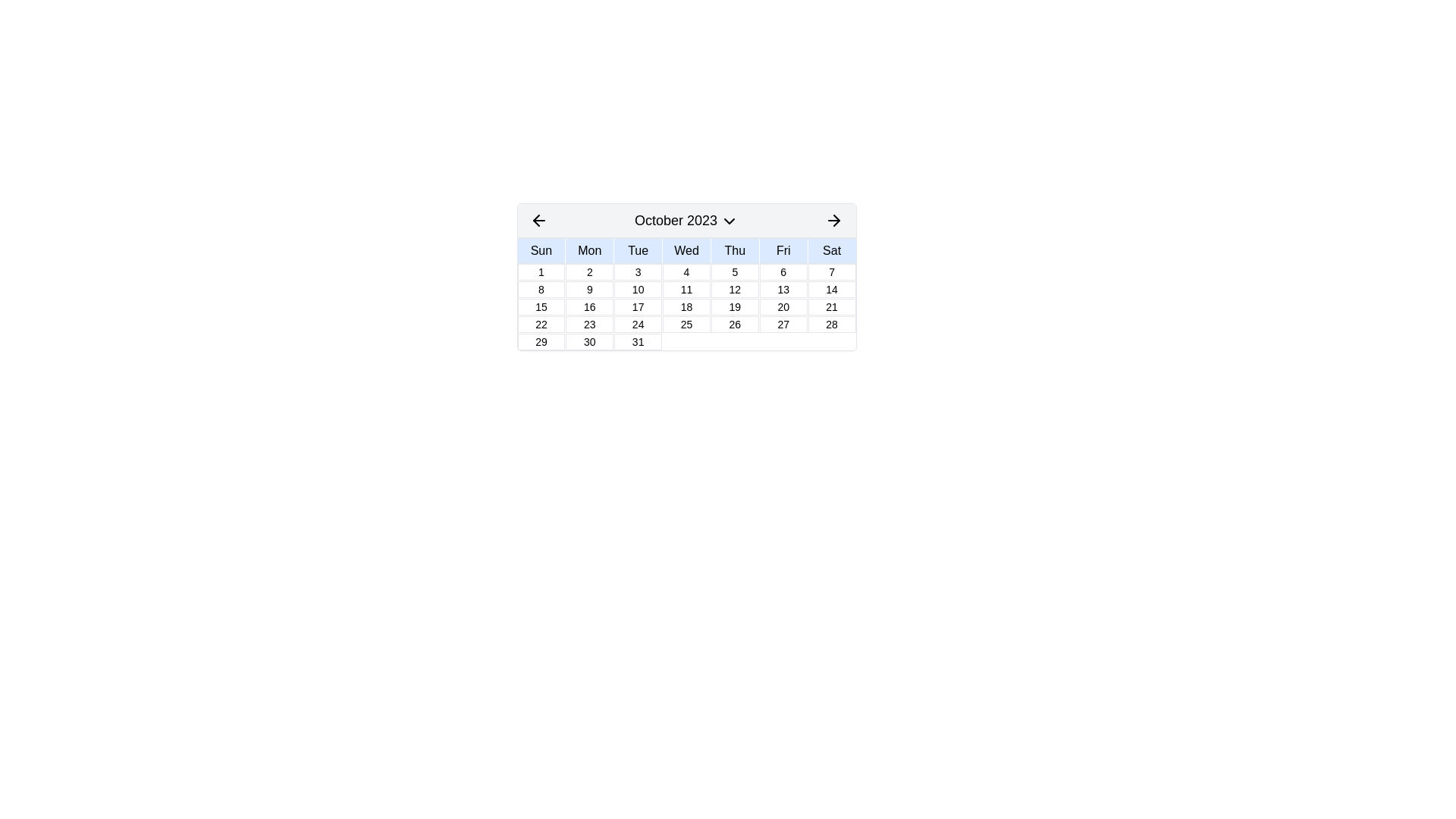 The image size is (1456, 819). Describe the element at coordinates (735, 307) in the screenshot. I see `the static text label displaying the number '19' in a small font, styled with black text on a white background, located in the calendar view for October 2023, in the row for the week starting October 15 and the column labeled 'Thu'` at that location.